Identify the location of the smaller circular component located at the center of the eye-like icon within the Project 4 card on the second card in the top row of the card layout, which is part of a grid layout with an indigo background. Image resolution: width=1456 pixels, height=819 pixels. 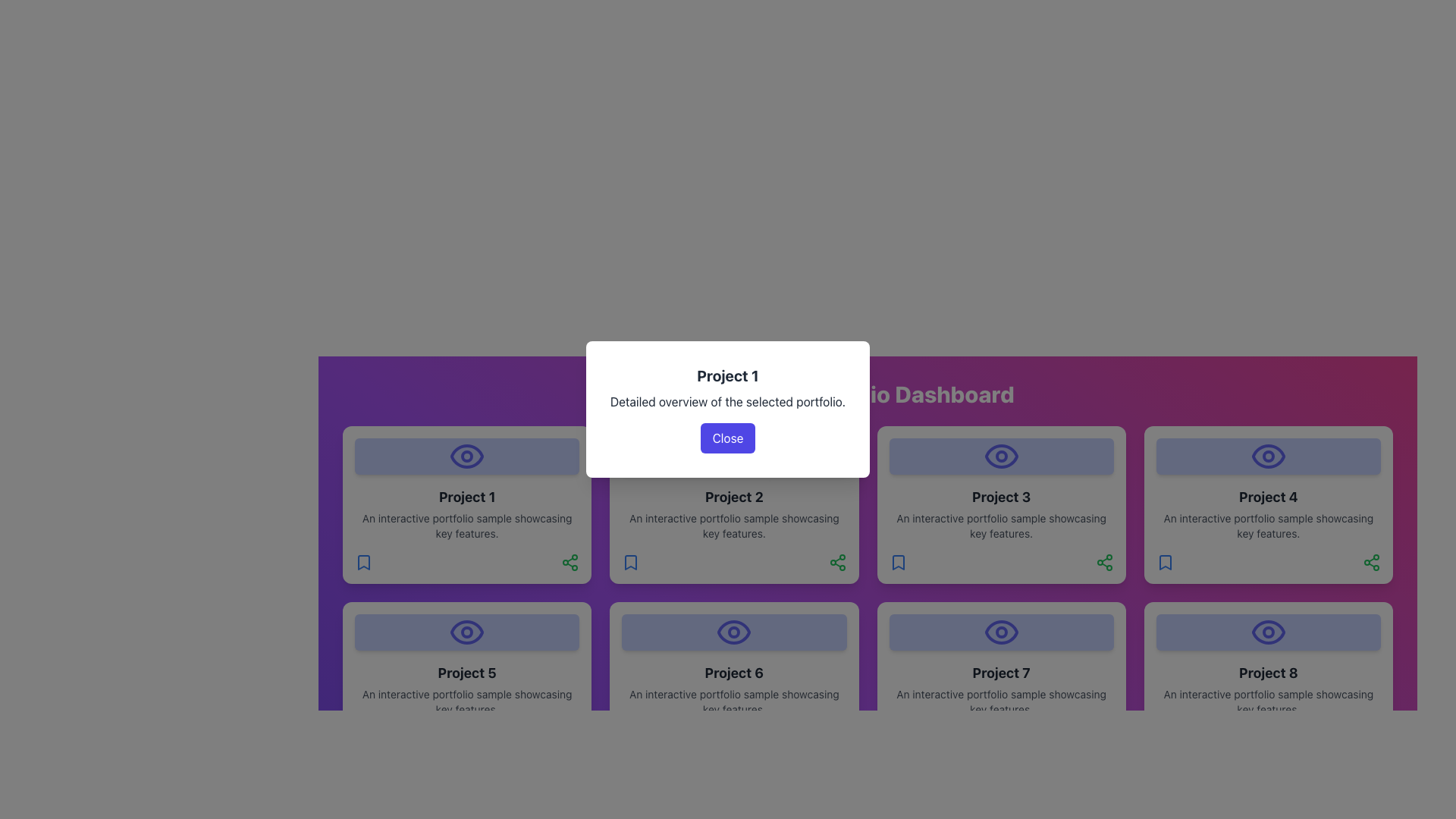
(1268, 455).